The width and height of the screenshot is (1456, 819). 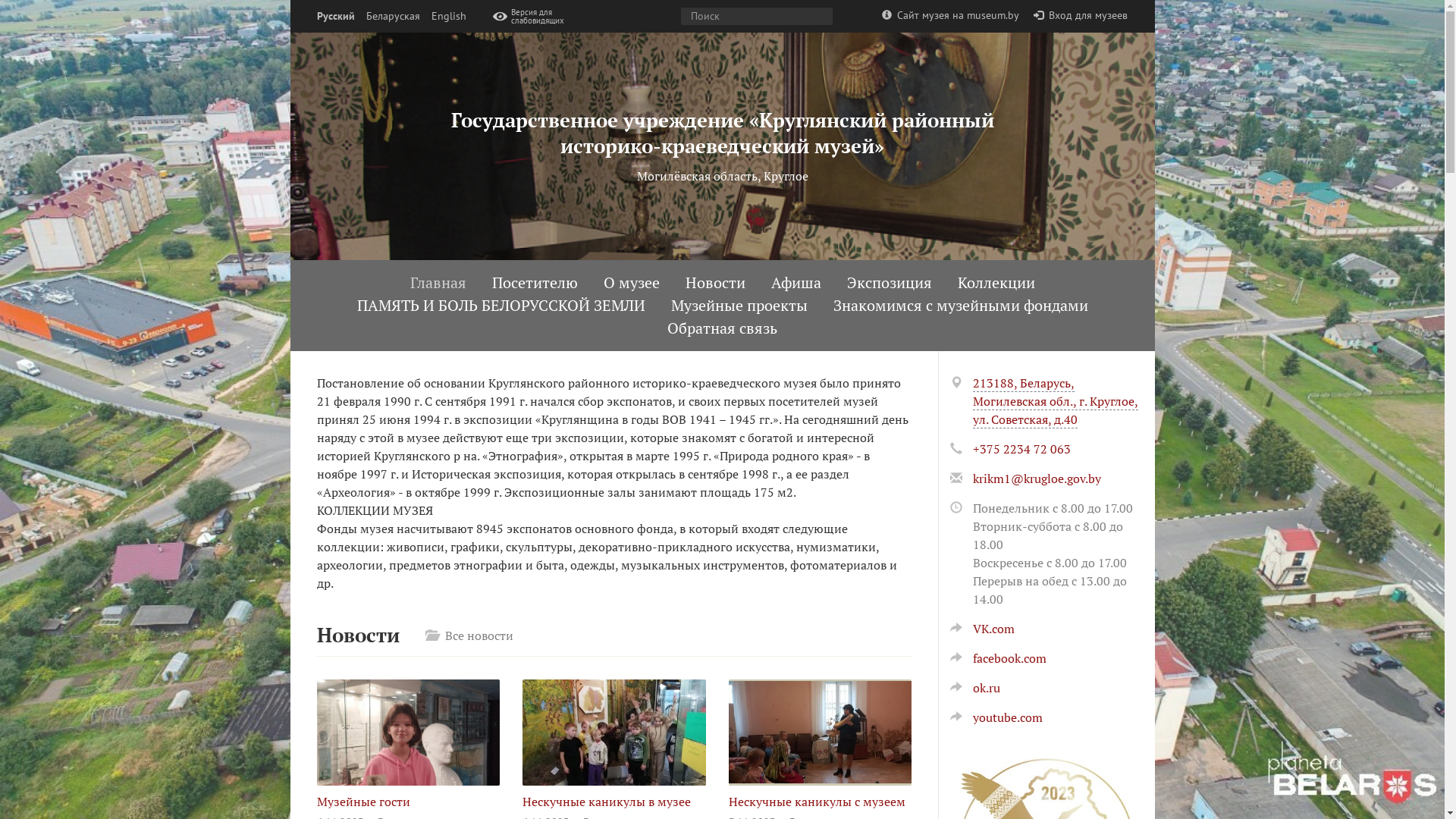 I want to click on 'ok.ru', so click(x=974, y=687).